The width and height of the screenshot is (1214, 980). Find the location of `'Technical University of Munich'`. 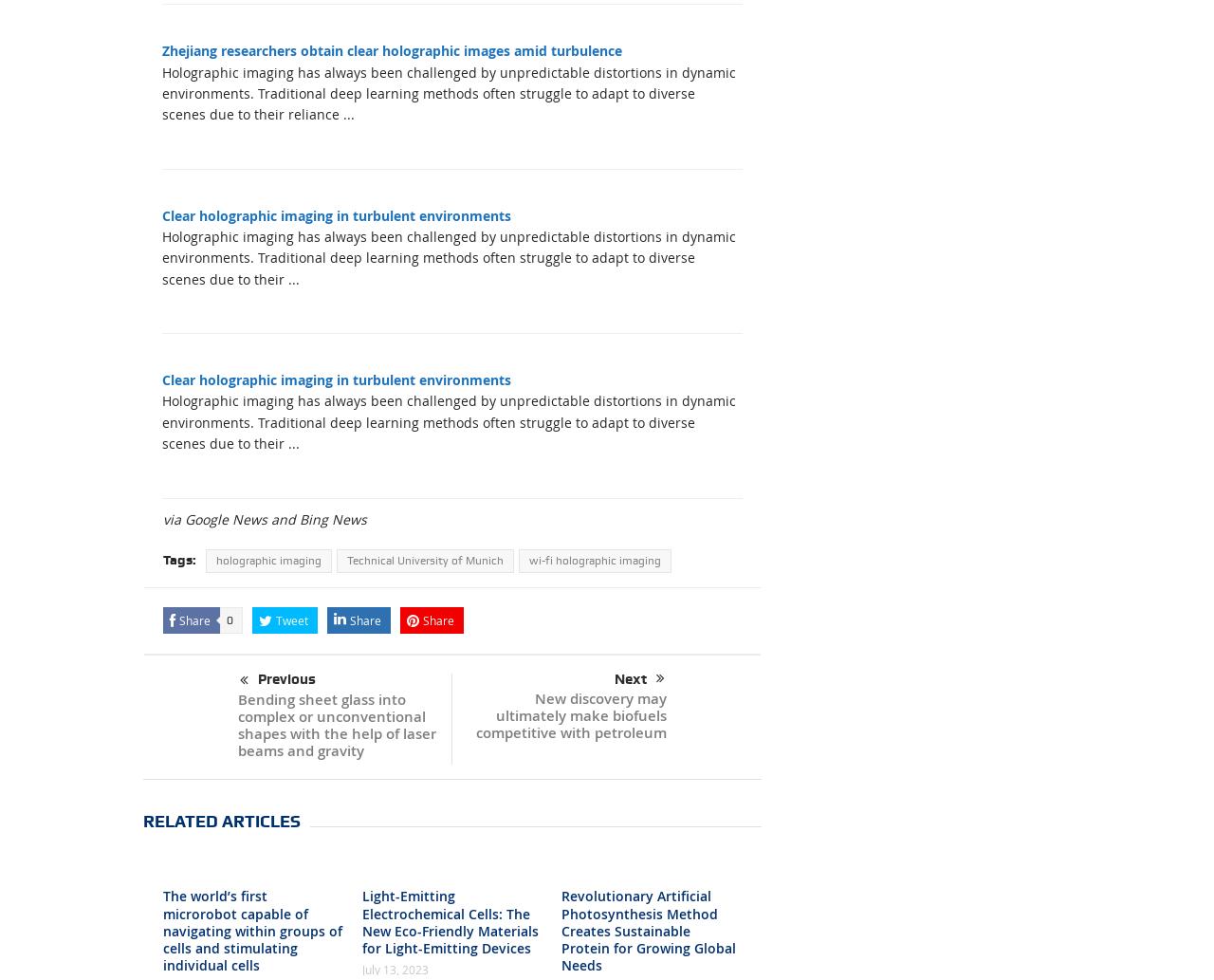

'Technical University of Munich' is located at coordinates (424, 609).